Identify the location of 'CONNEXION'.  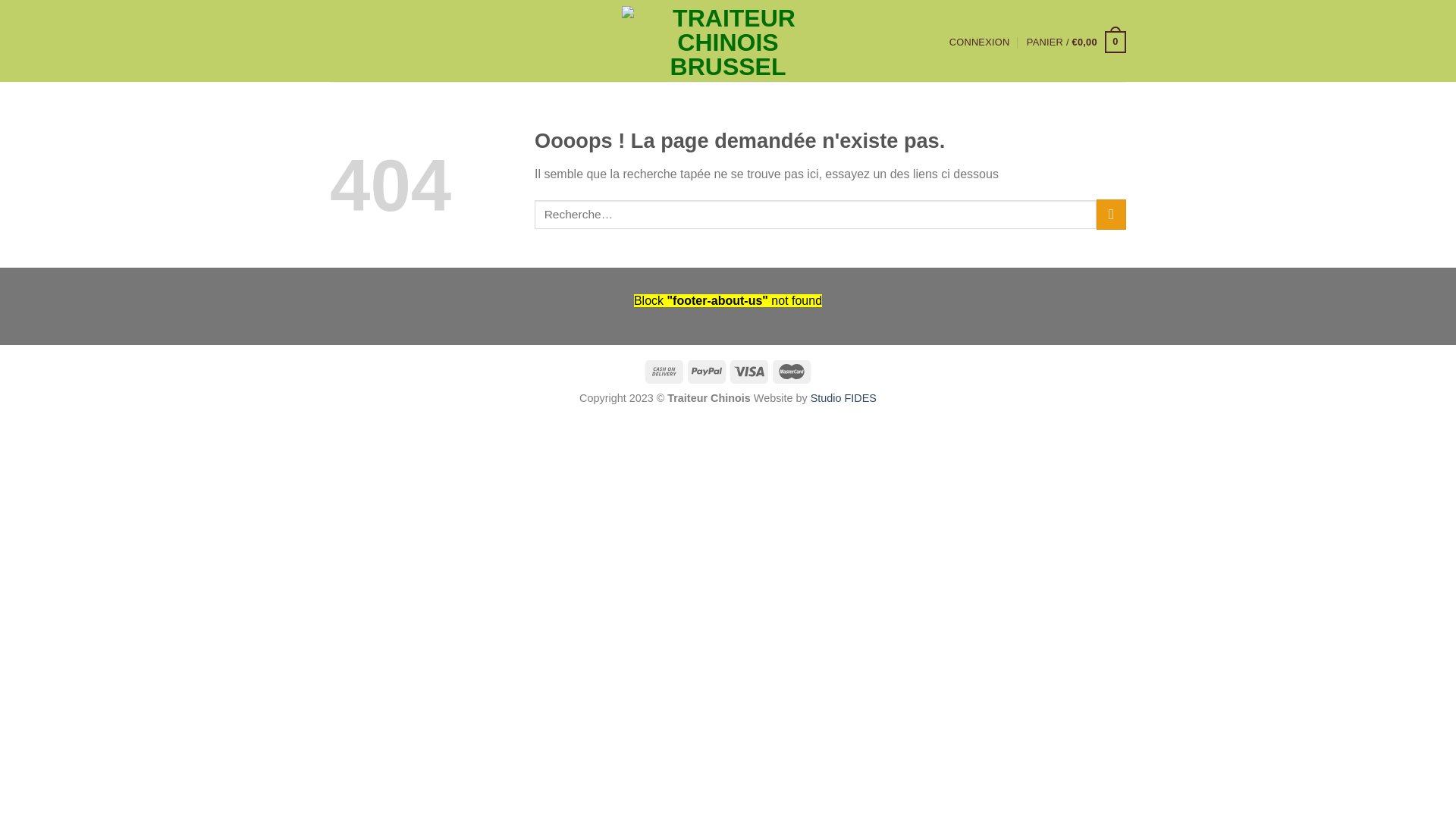
(949, 42).